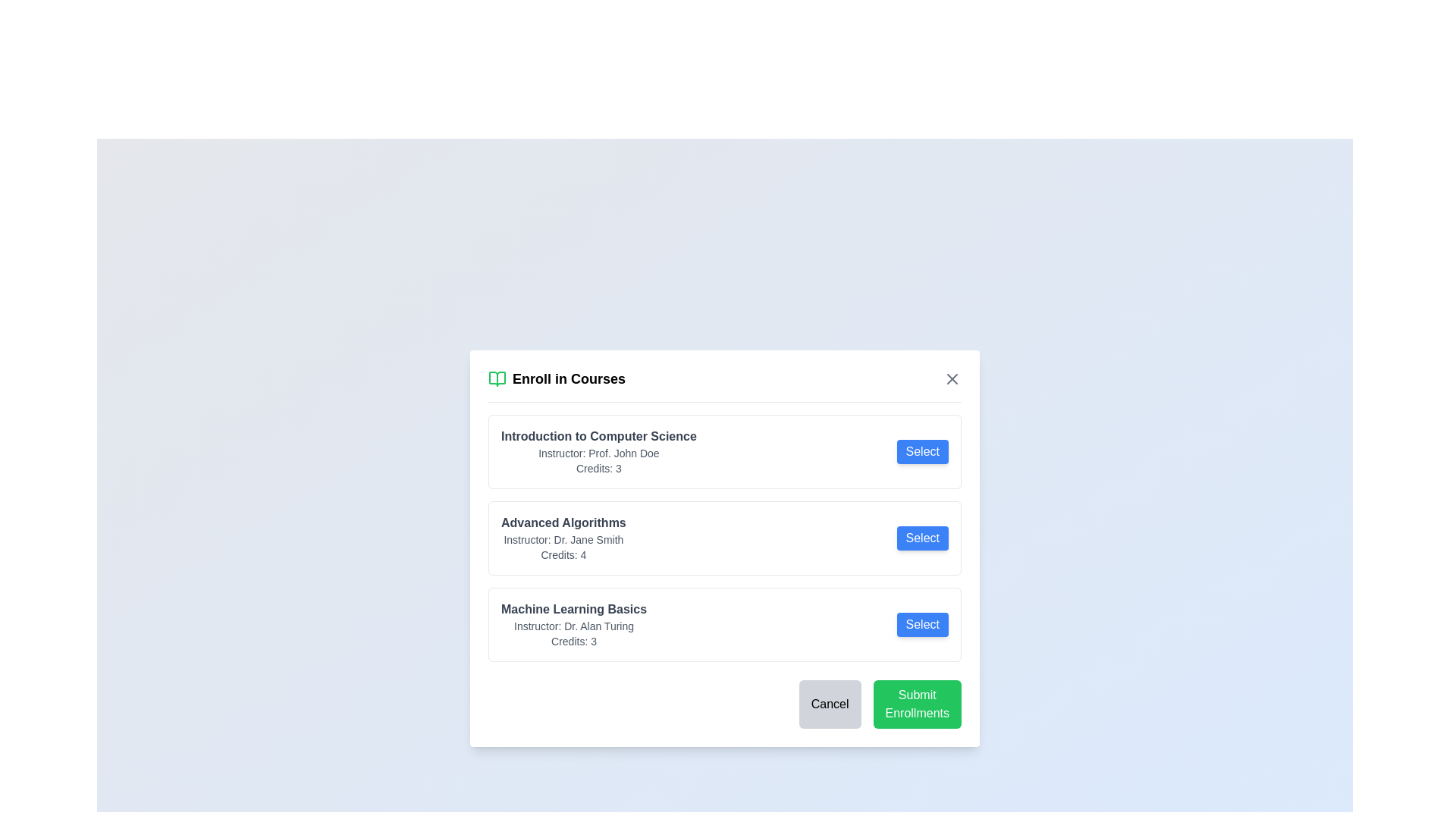 Image resolution: width=1456 pixels, height=819 pixels. I want to click on the text element displaying 'Advanced Algorithms', which is styled in bold gray and positioned prominently in the modal under 'Enroll in Courses', so click(563, 522).